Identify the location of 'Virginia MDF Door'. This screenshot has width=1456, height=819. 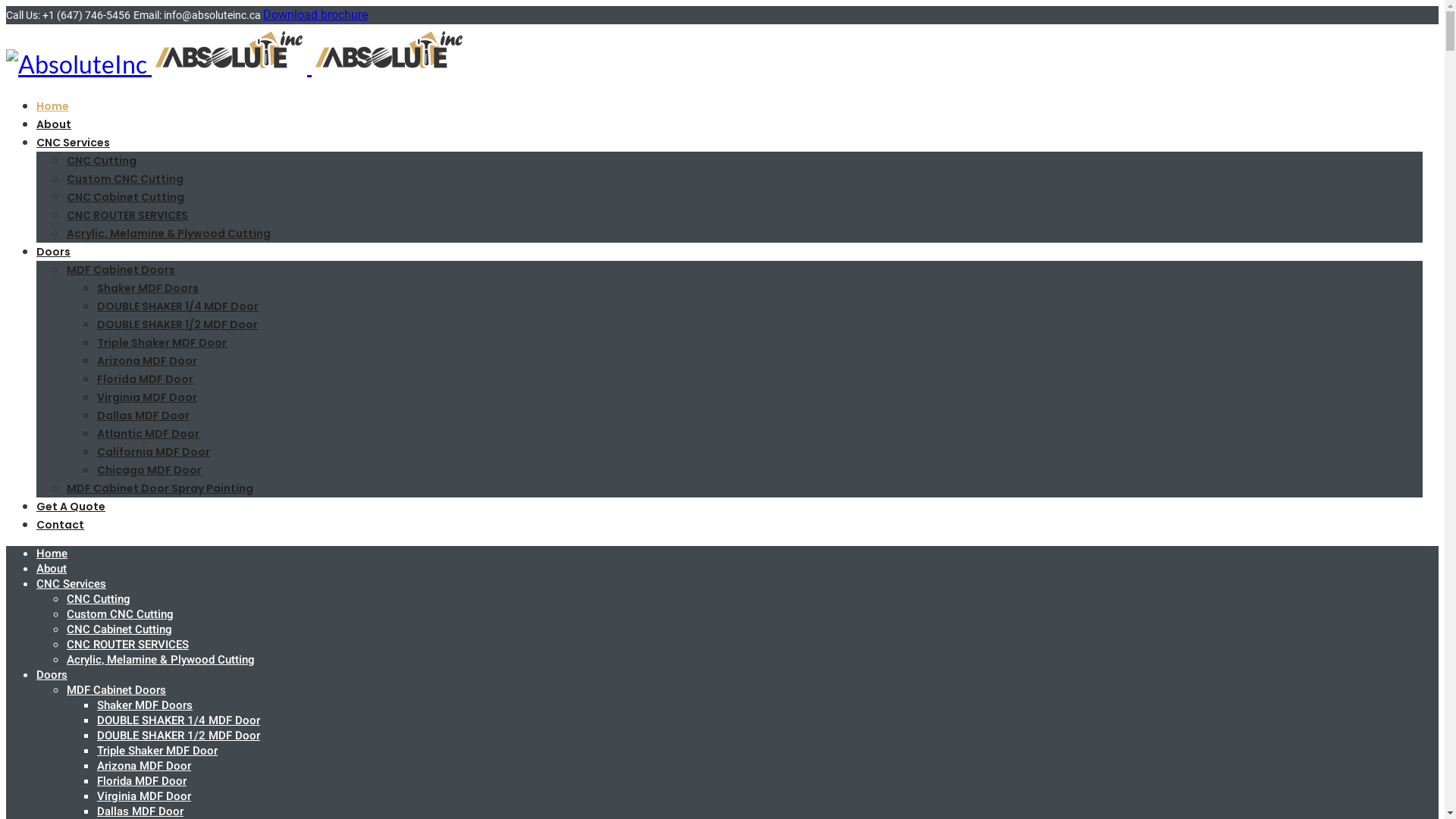
(146, 397).